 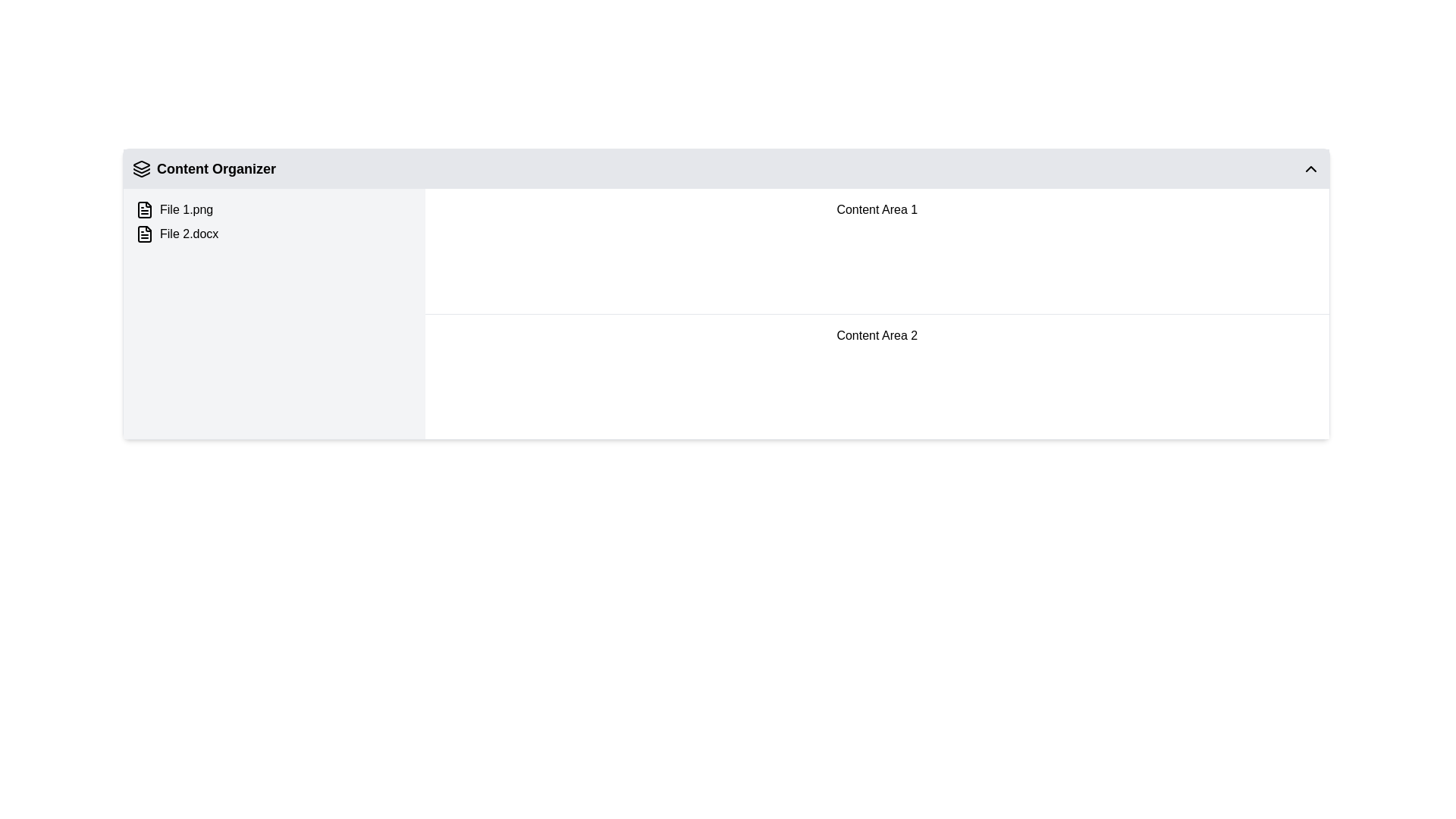 What do you see at coordinates (1310, 169) in the screenshot?
I see `the chevron icon button located in the top-right corner of the 'Content Organizer' header` at bounding box center [1310, 169].